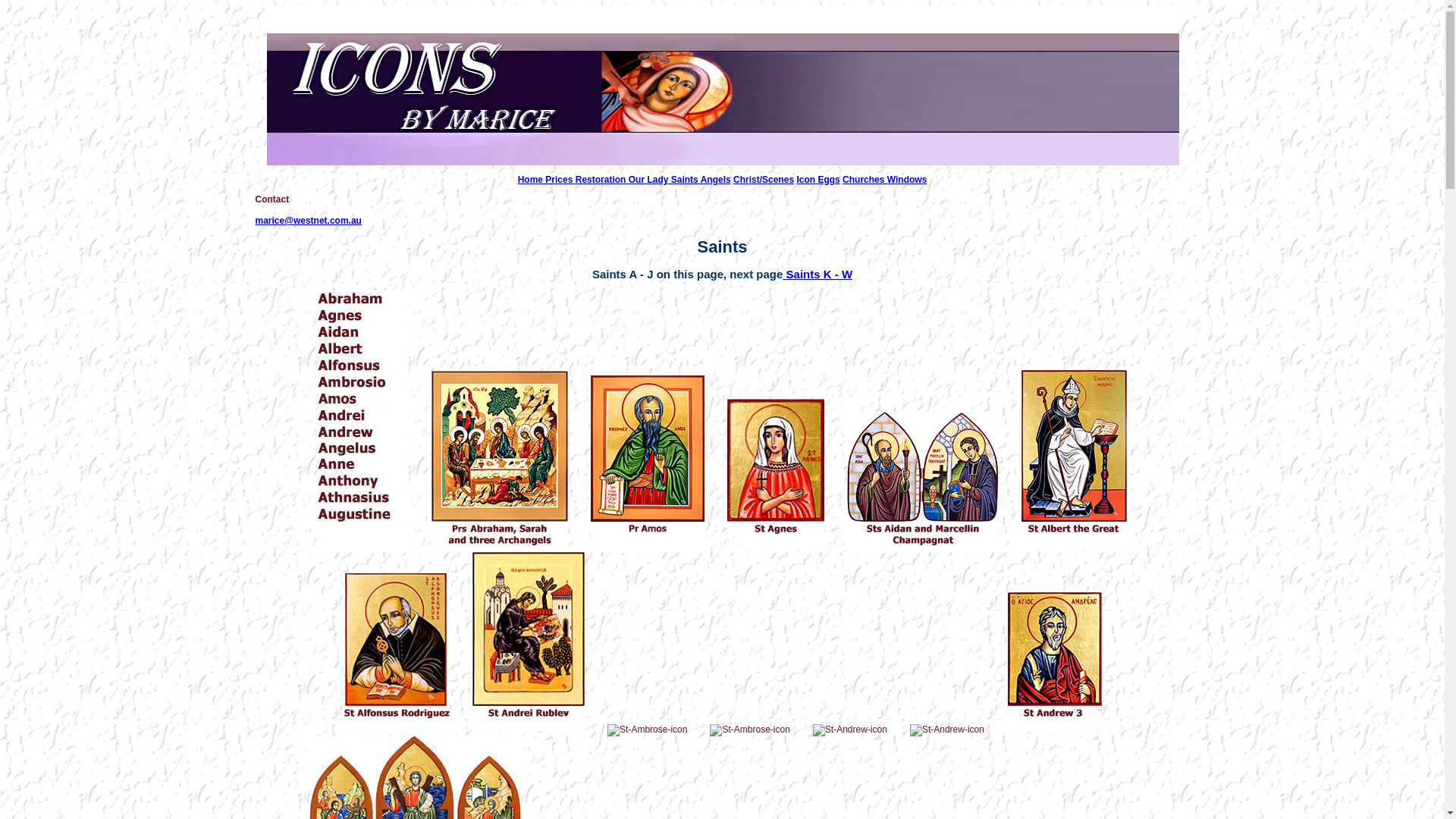 The height and width of the screenshot is (819, 1456). Describe the element at coordinates (601, 178) in the screenshot. I see `'Restoration'` at that location.